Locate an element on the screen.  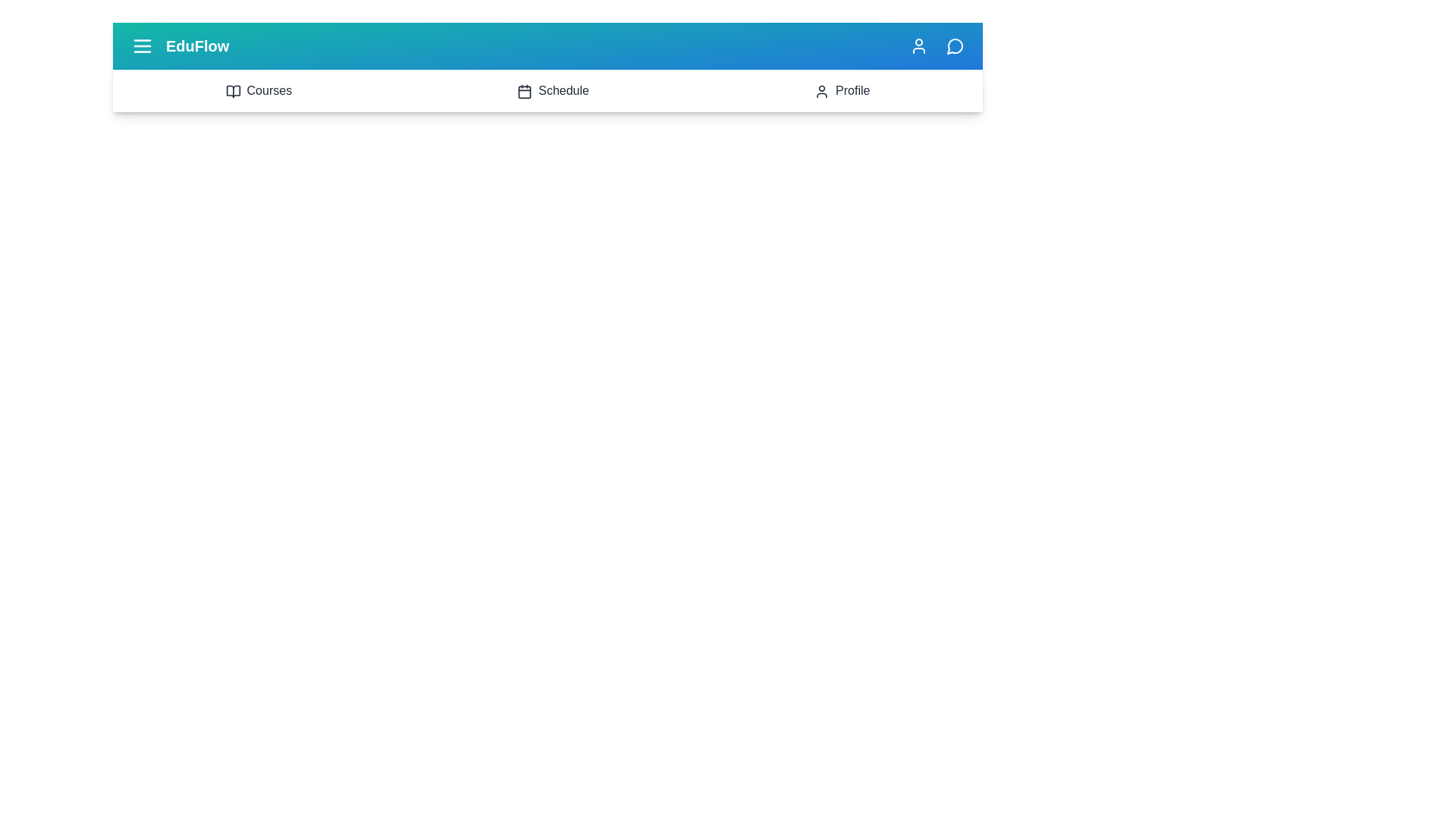
the user icon to access the user profile is located at coordinates (918, 45).